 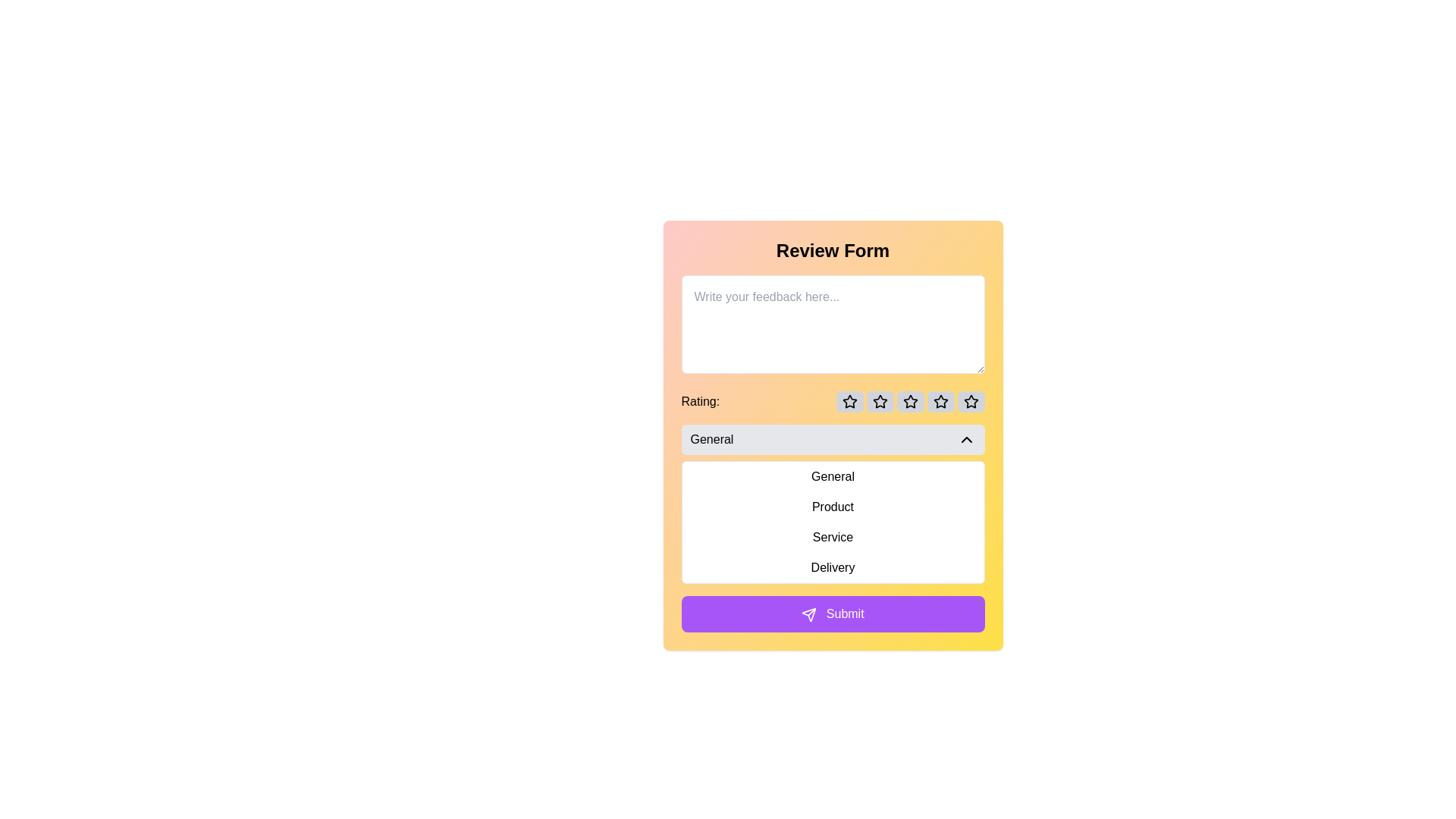 What do you see at coordinates (880, 400) in the screenshot?
I see `the second star icon in the rating section` at bounding box center [880, 400].